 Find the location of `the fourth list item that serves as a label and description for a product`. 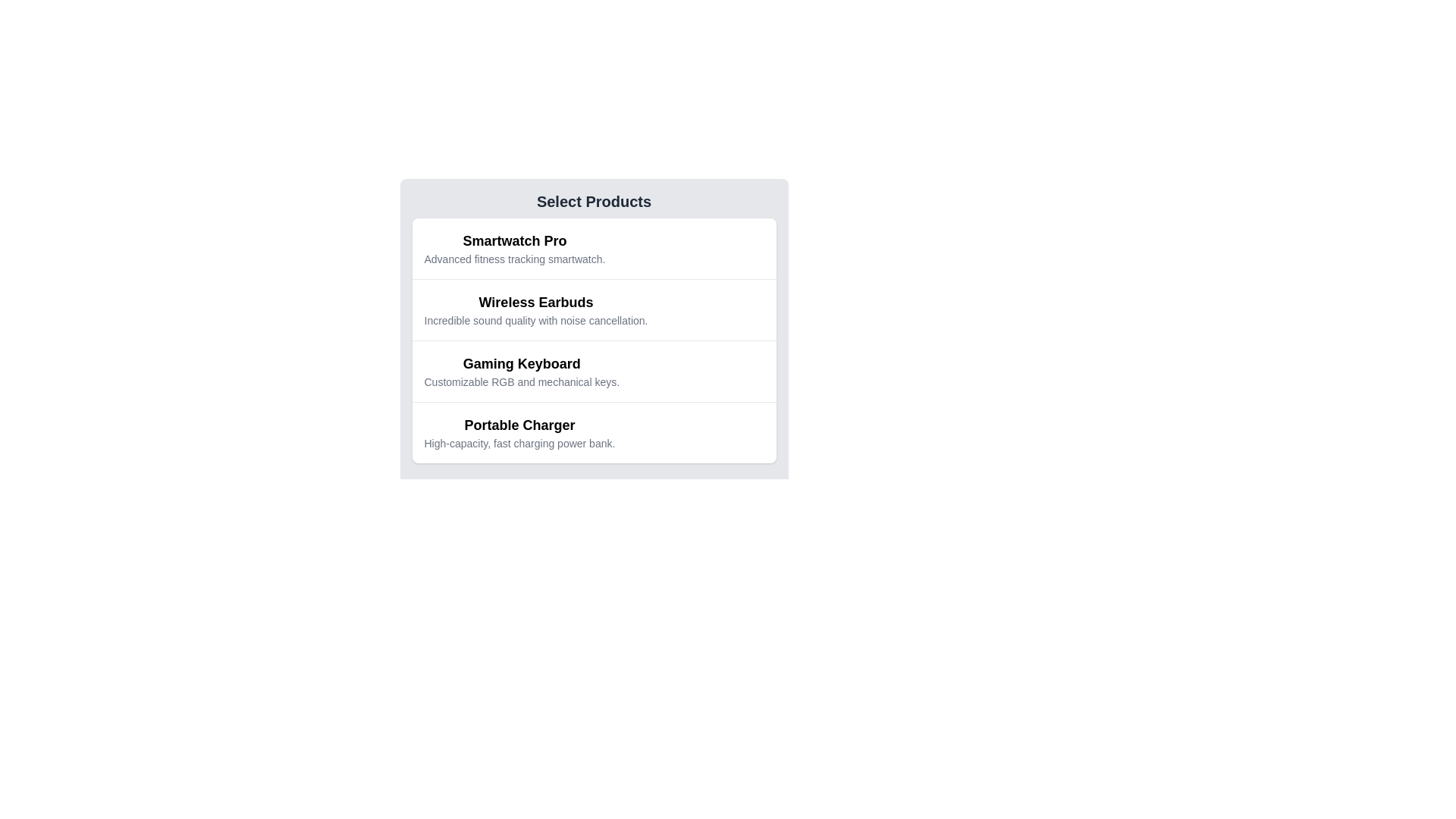

the fourth list item that serves as a label and description for a product is located at coordinates (519, 432).